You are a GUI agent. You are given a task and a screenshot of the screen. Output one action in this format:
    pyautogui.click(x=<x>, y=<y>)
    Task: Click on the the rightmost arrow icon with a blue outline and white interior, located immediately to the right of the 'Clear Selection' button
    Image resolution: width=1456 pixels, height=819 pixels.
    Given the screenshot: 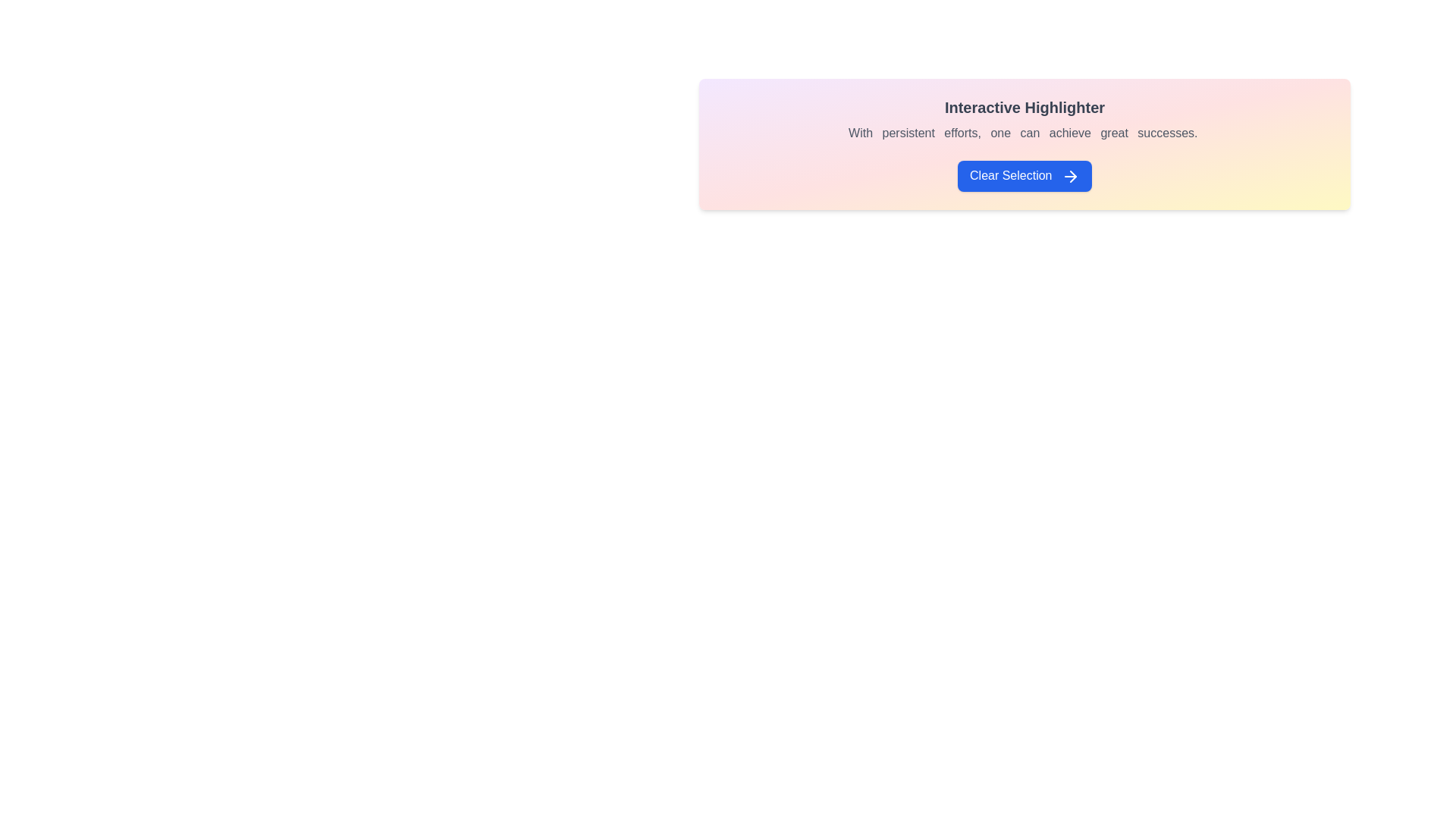 What is the action you would take?
    pyautogui.click(x=1069, y=175)
    